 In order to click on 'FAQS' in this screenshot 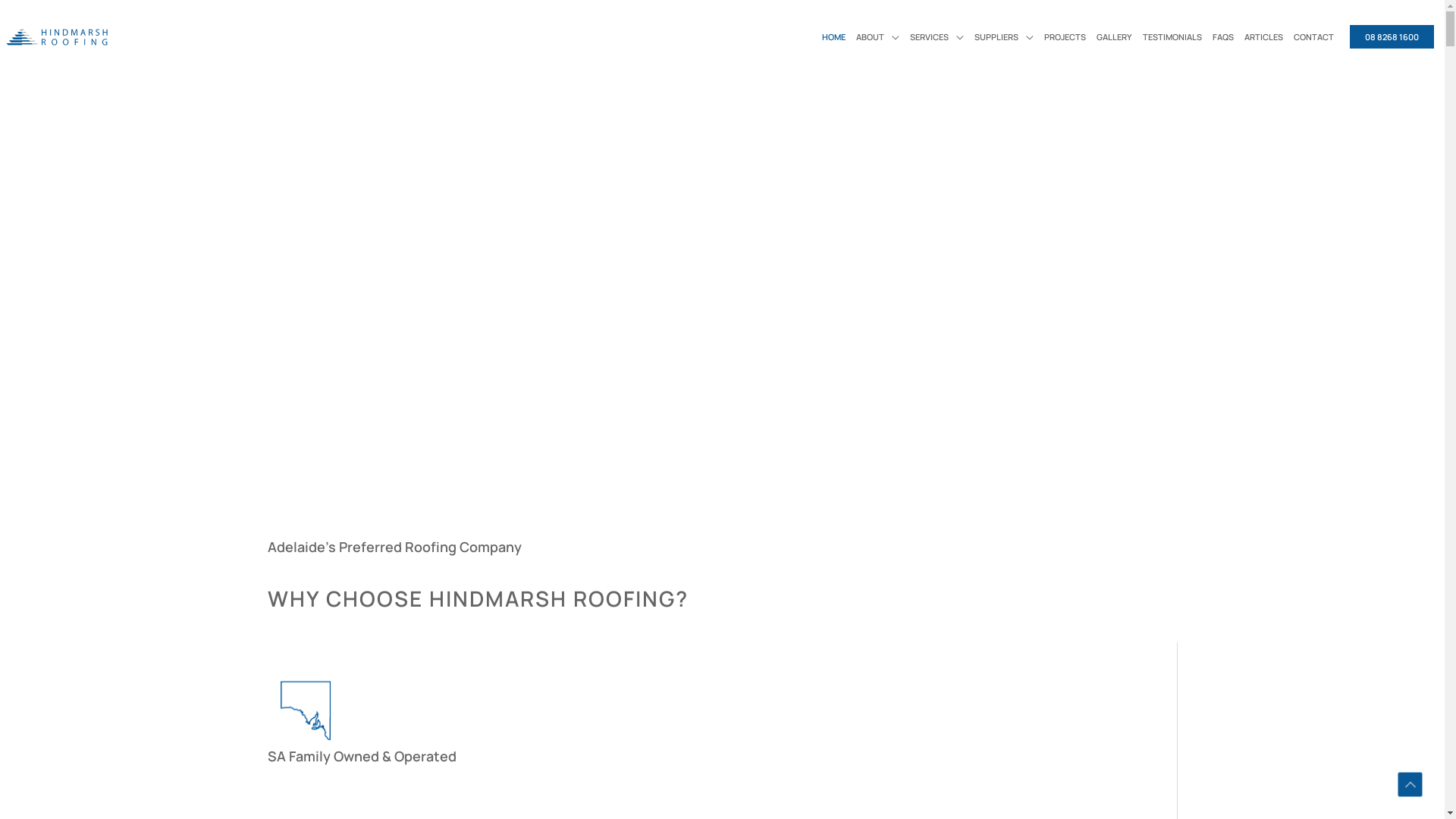, I will do `click(1222, 36)`.